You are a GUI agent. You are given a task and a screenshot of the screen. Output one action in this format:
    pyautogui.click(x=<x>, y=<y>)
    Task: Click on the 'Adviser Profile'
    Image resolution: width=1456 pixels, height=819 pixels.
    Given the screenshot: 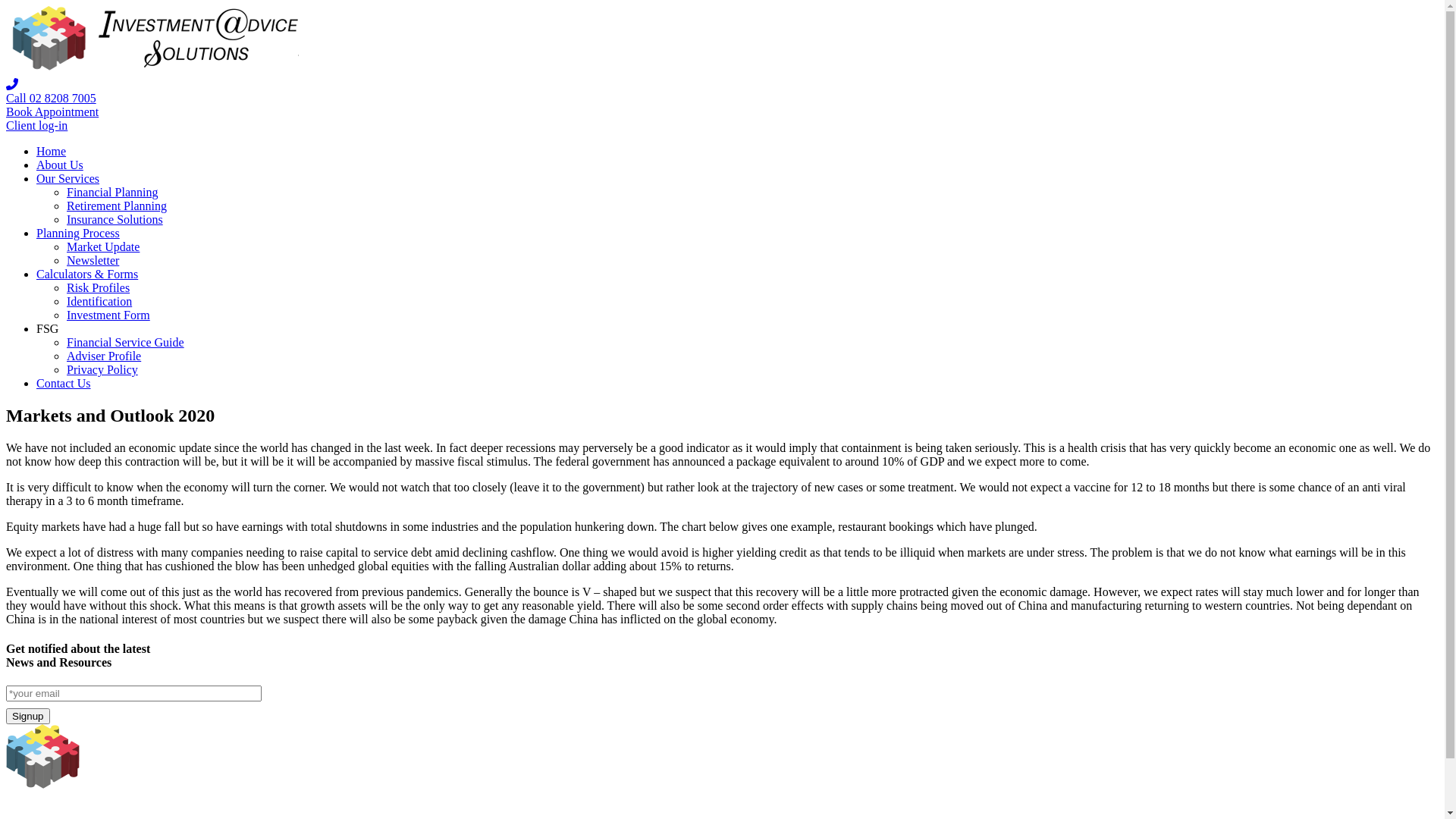 What is the action you would take?
    pyautogui.click(x=103, y=356)
    